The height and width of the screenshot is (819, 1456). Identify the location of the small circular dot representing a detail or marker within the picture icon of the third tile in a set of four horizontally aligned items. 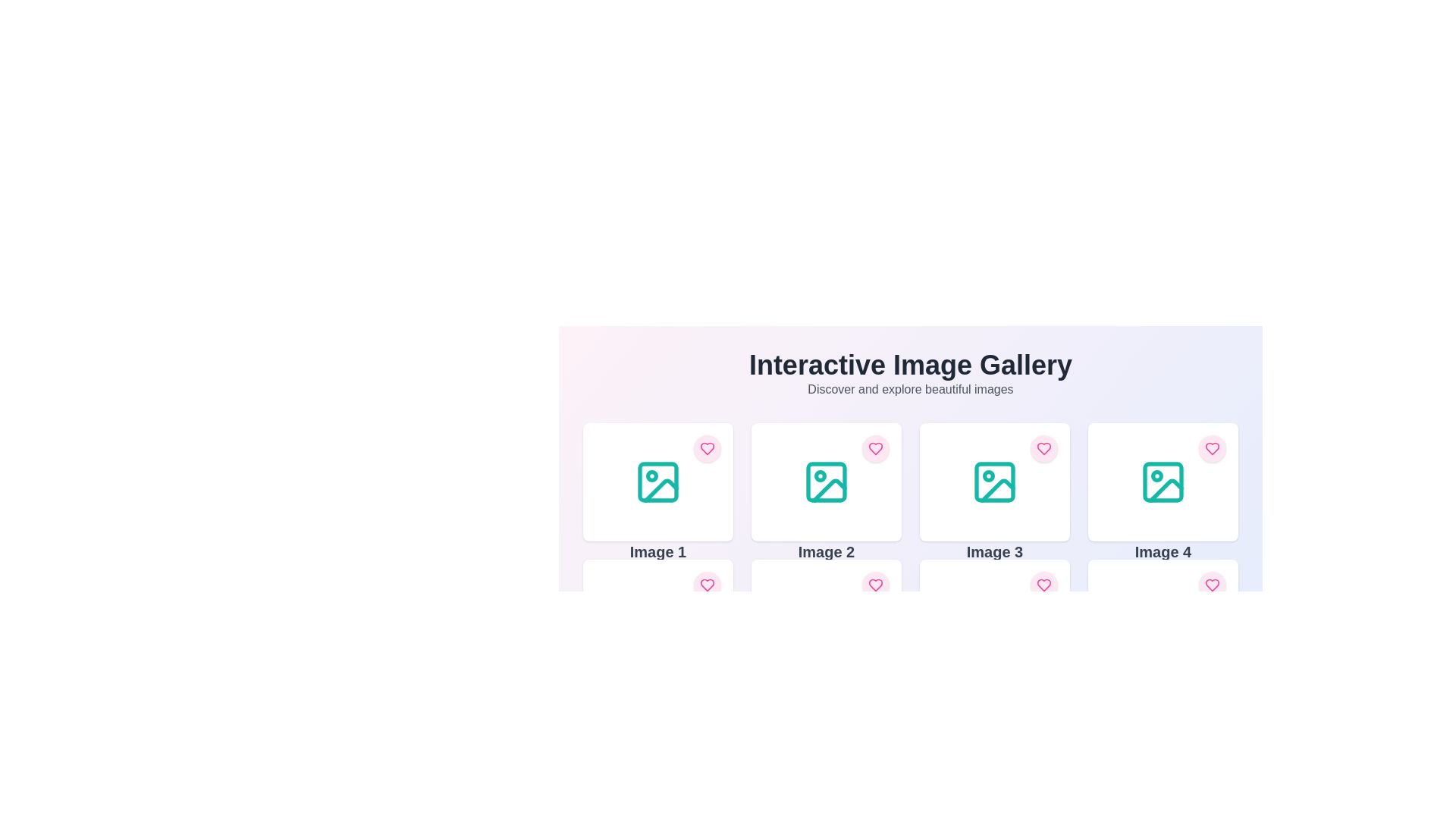
(989, 475).